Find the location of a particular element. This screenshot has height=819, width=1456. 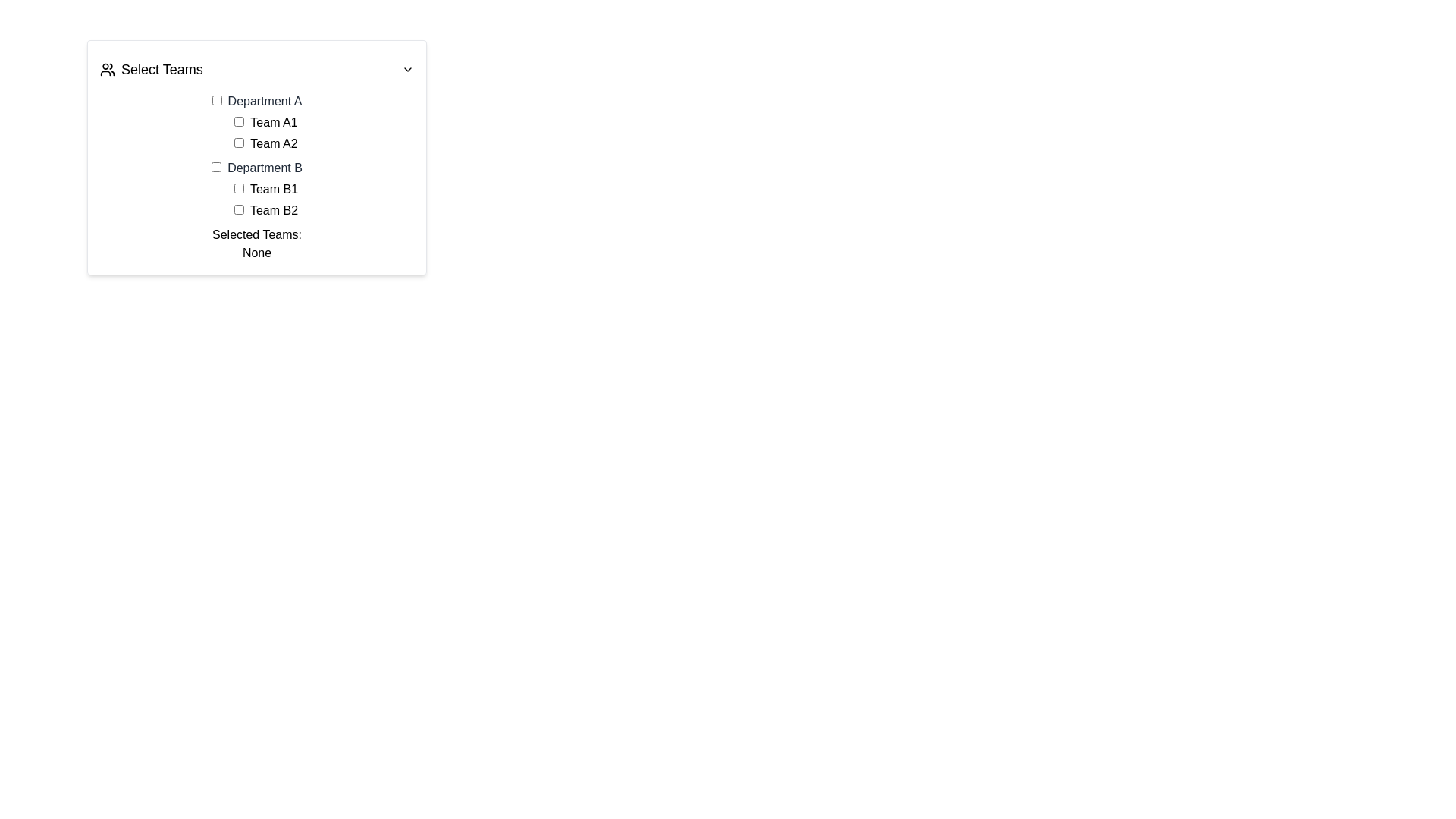

the checkbox located next to the text 'Team B1' is located at coordinates (238, 187).